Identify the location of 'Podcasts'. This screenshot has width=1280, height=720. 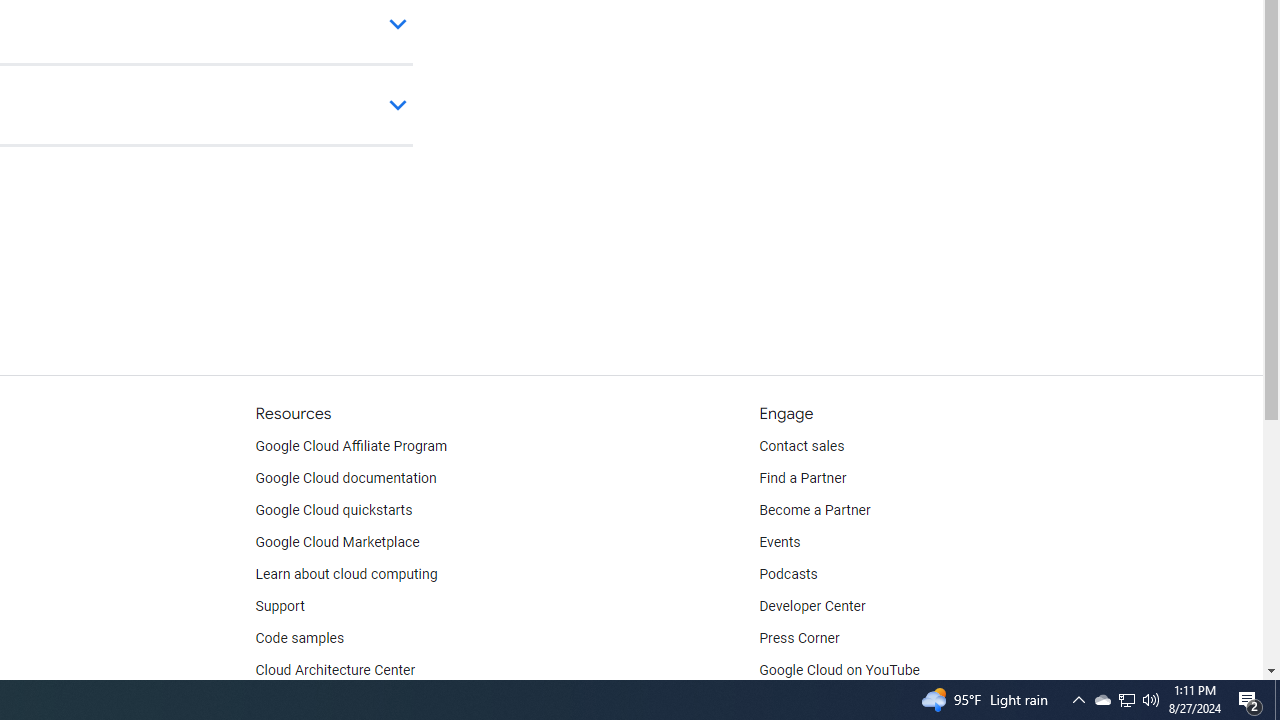
(787, 574).